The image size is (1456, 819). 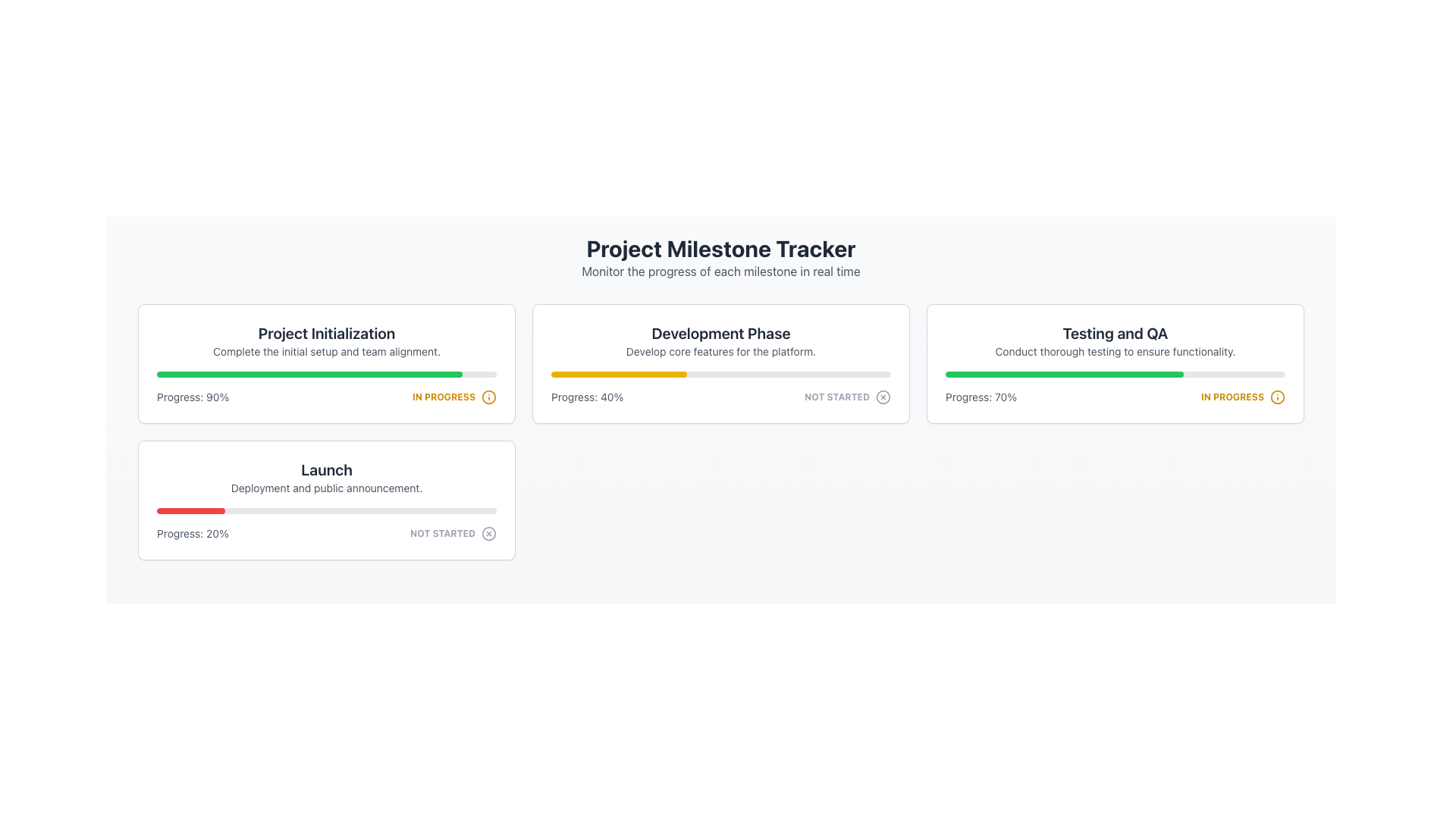 What do you see at coordinates (326, 511) in the screenshot?
I see `the Progress Bar located in the 'Launch' section of the dashboard, which visually represents the completion percentage of the associated task 'Launch.'` at bounding box center [326, 511].